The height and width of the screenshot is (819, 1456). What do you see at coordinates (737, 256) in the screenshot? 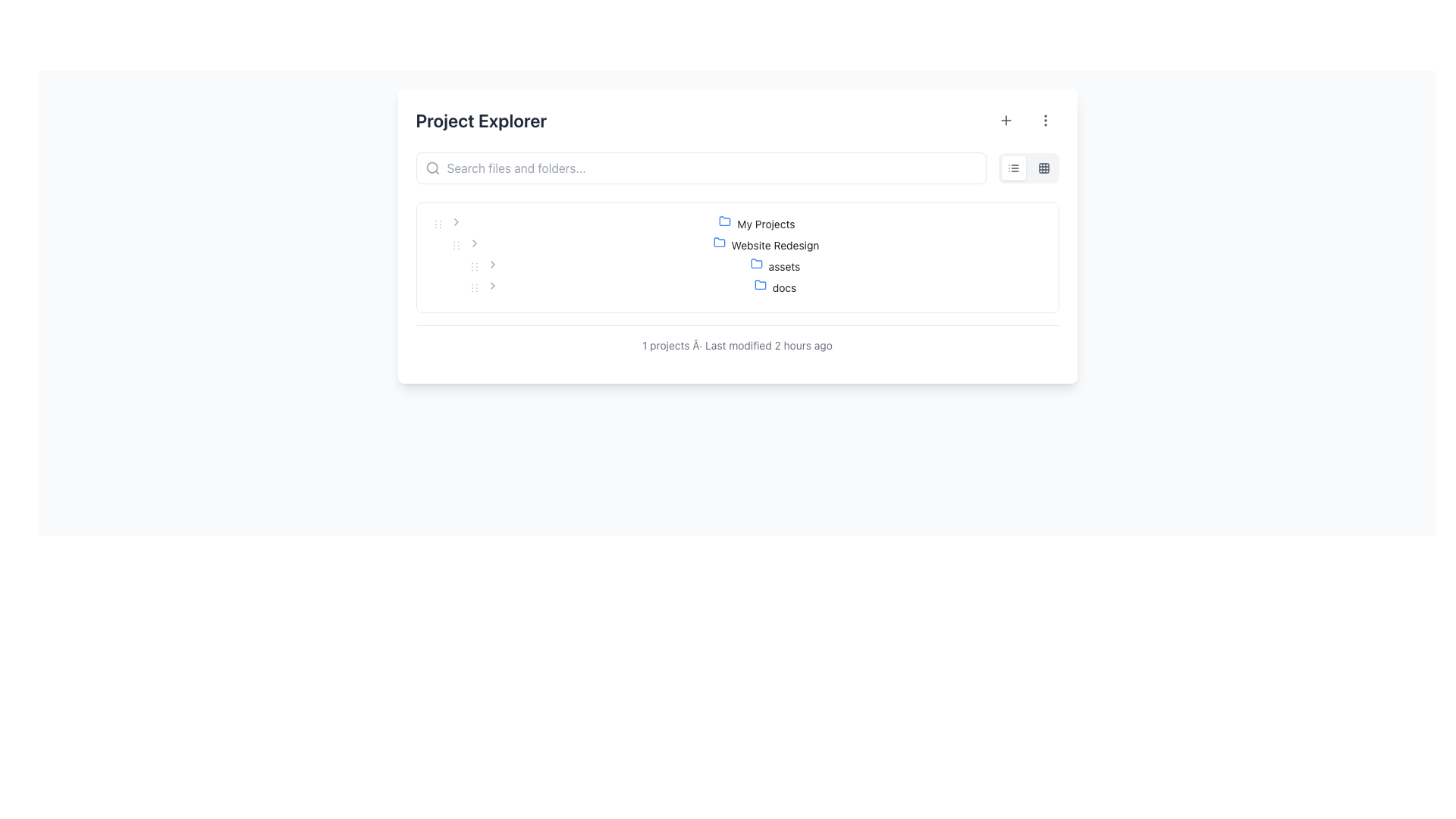
I see `the Tree View element located in the 'Project Explorer' section, which allows users to navigate through project folders and files` at bounding box center [737, 256].